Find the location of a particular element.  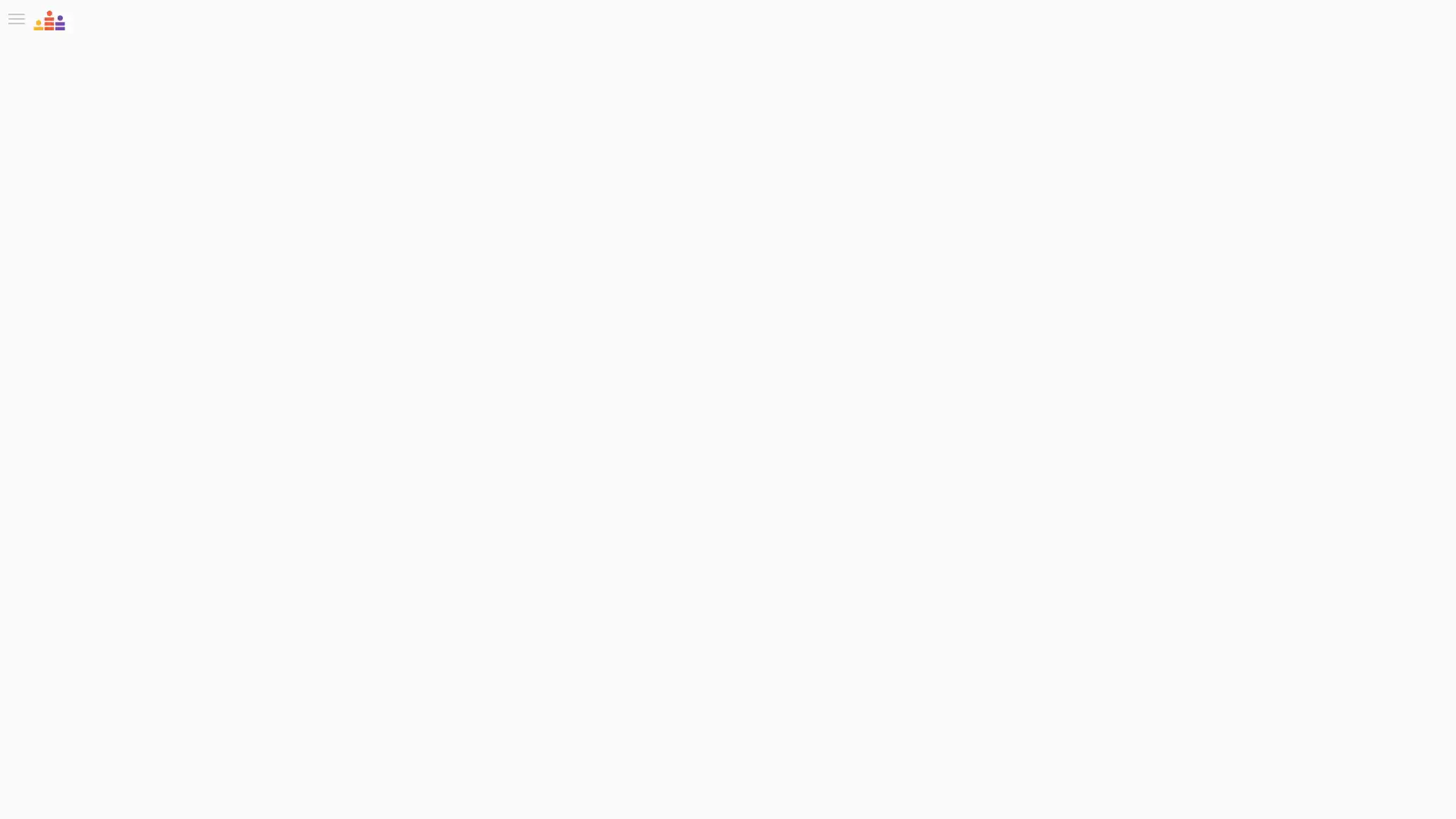

Watch replay is located at coordinates (950, 141).